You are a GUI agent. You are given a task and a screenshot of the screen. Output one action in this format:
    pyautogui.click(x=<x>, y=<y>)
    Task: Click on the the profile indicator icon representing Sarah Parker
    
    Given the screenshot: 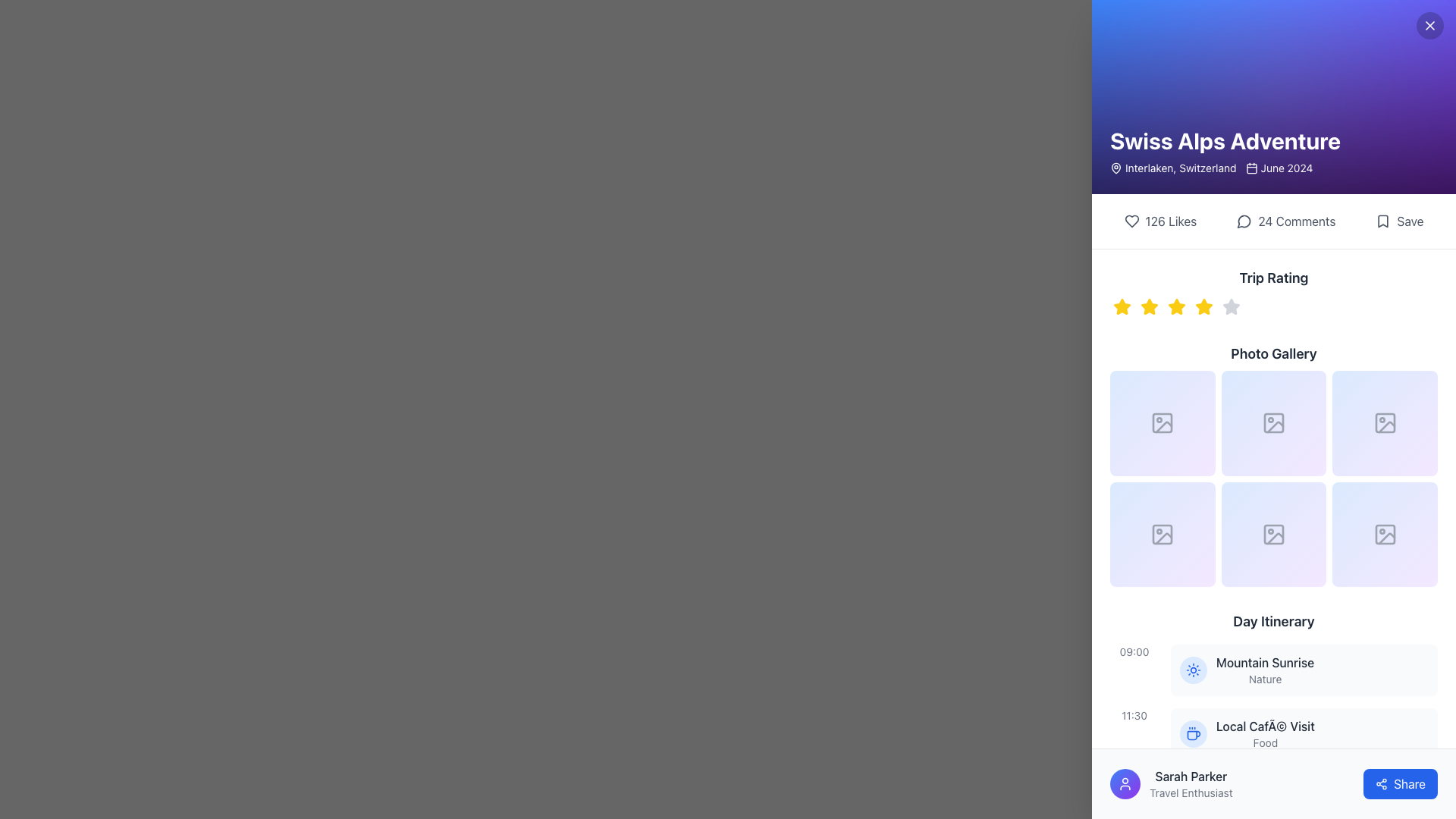 What is the action you would take?
    pyautogui.click(x=1125, y=783)
    